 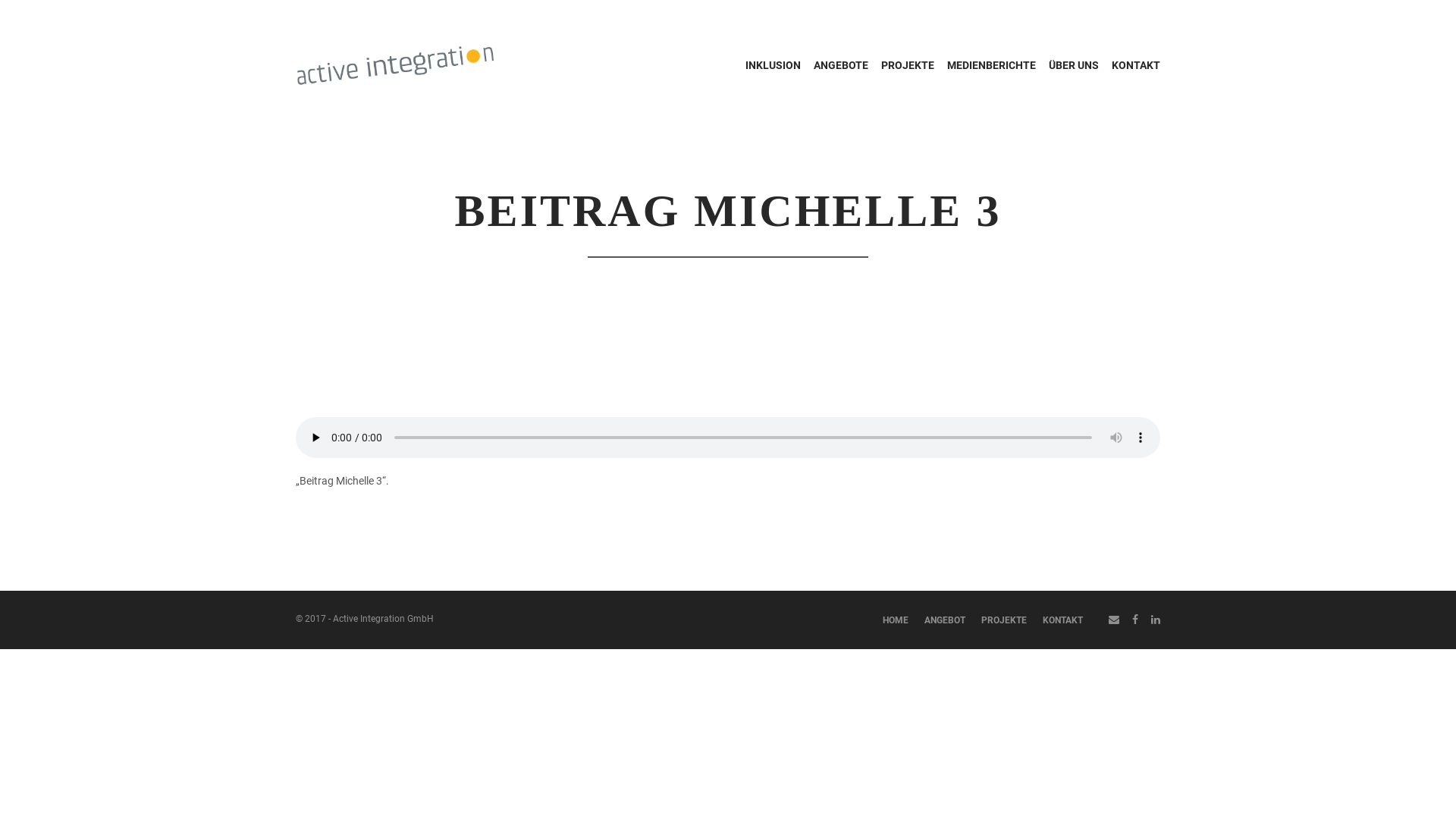 What do you see at coordinates (991, 64) in the screenshot?
I see `'MEDIENBERICHTE'` at bounding box center [991, 64].